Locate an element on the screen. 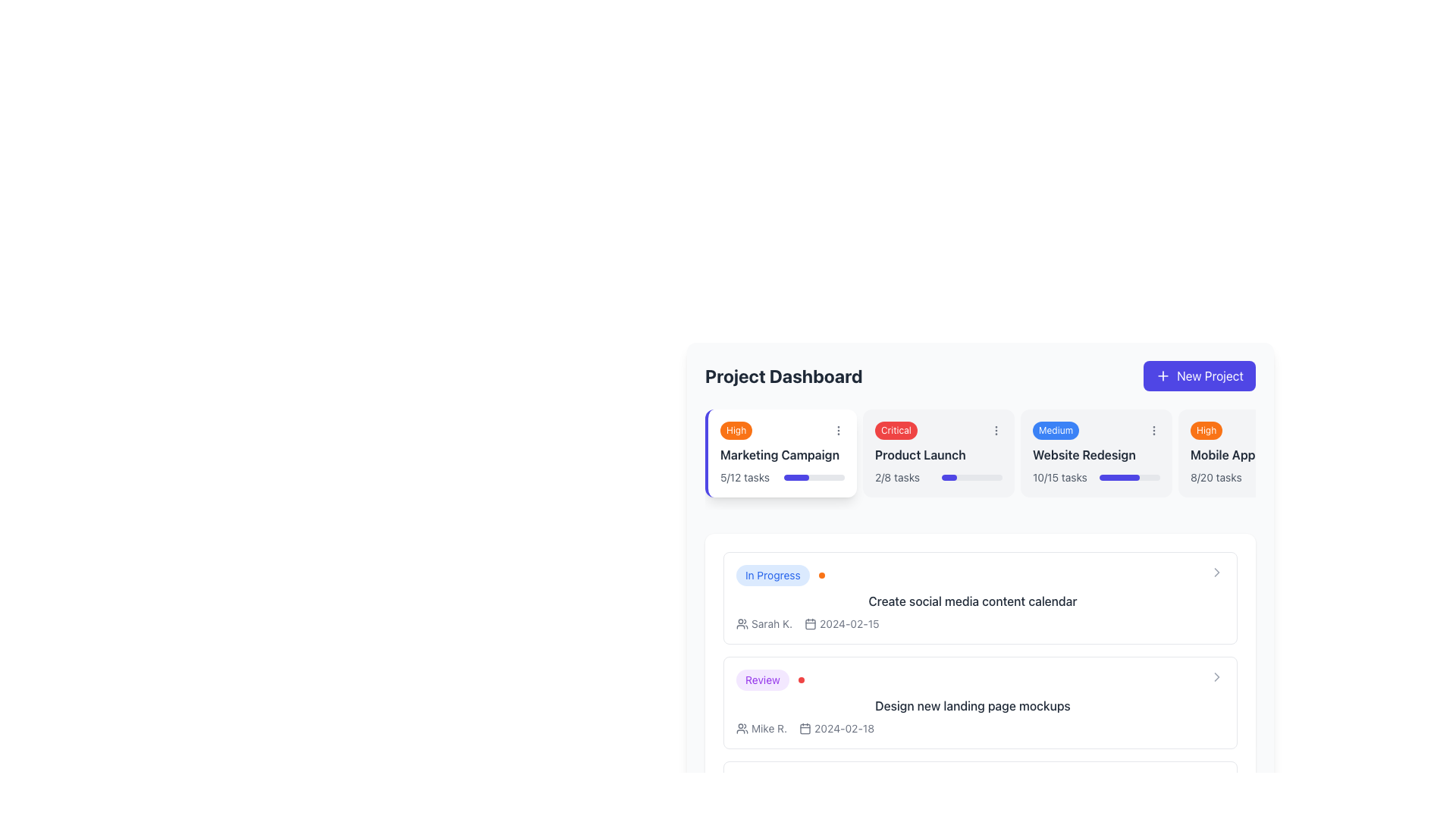 The width and height of the screenshot is (1456, 819). the 'Marketing Campaign' text label, which is a bold dark gray label positioned as the second text component in a white card with rounded corners is located at coordinates (783, 454).